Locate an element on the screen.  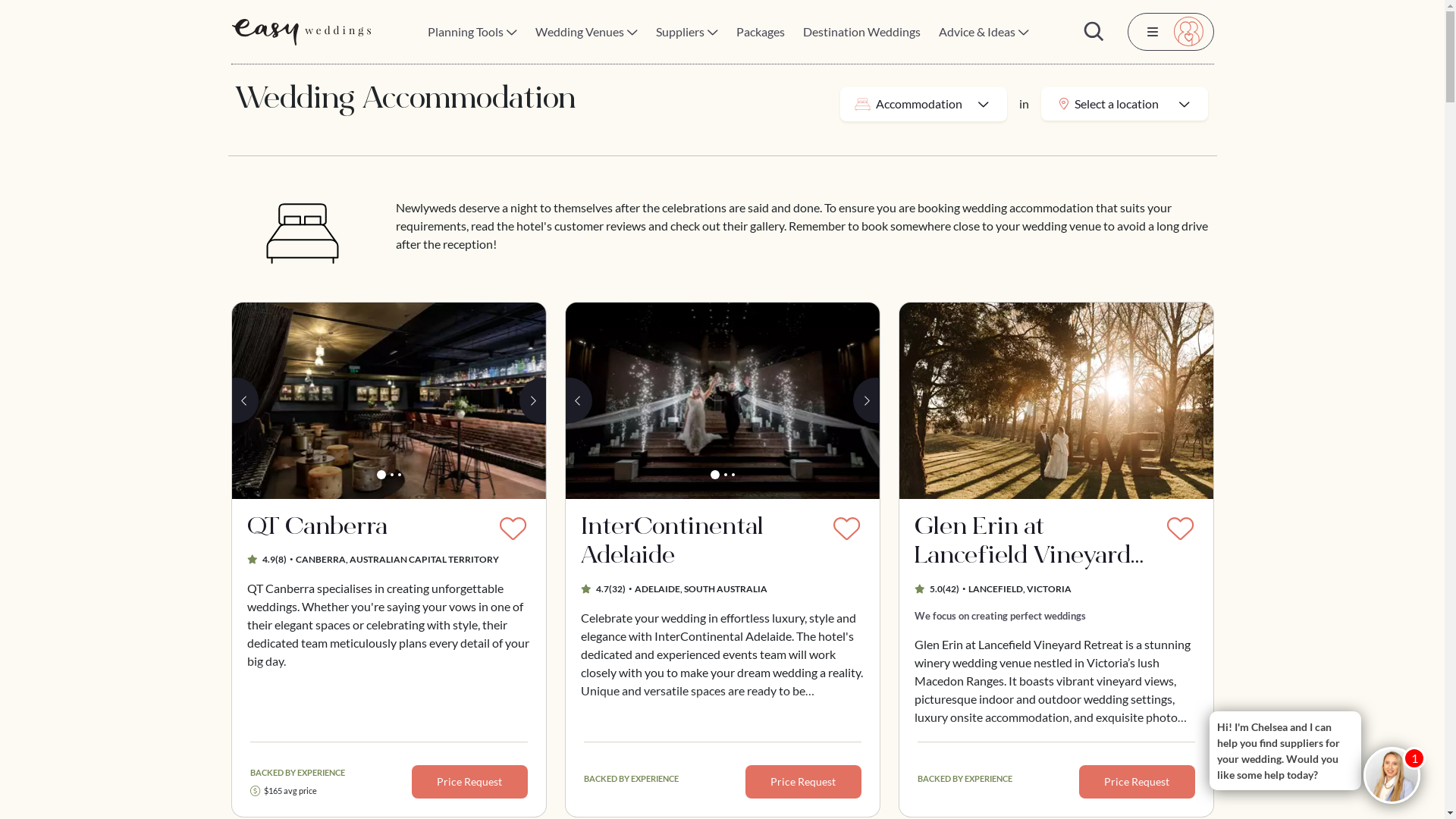
'Select a location' is located at coordinates (1040, 103).